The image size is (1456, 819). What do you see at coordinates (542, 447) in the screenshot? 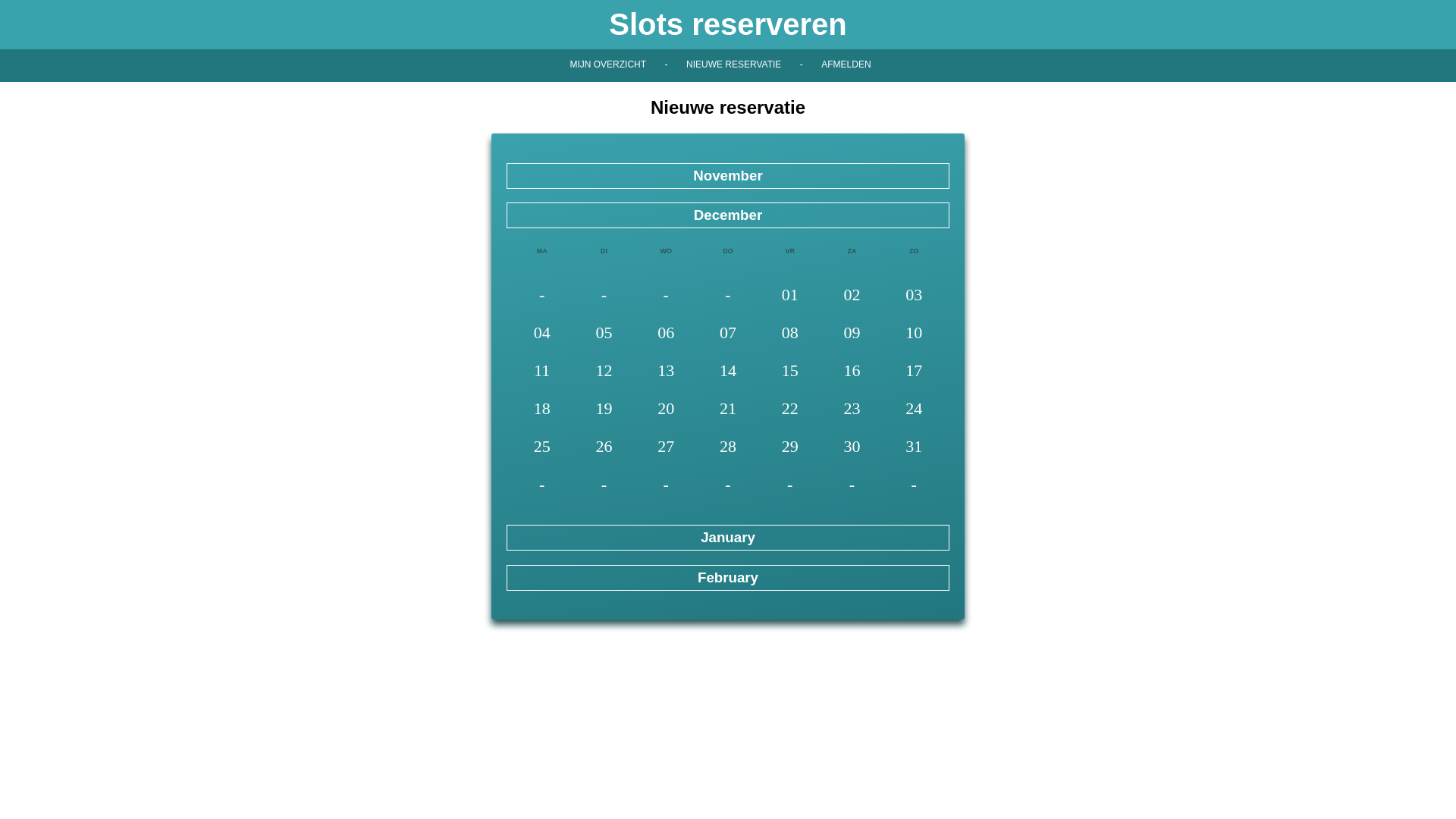
I see `'25'` at bounding box center [542, 447].